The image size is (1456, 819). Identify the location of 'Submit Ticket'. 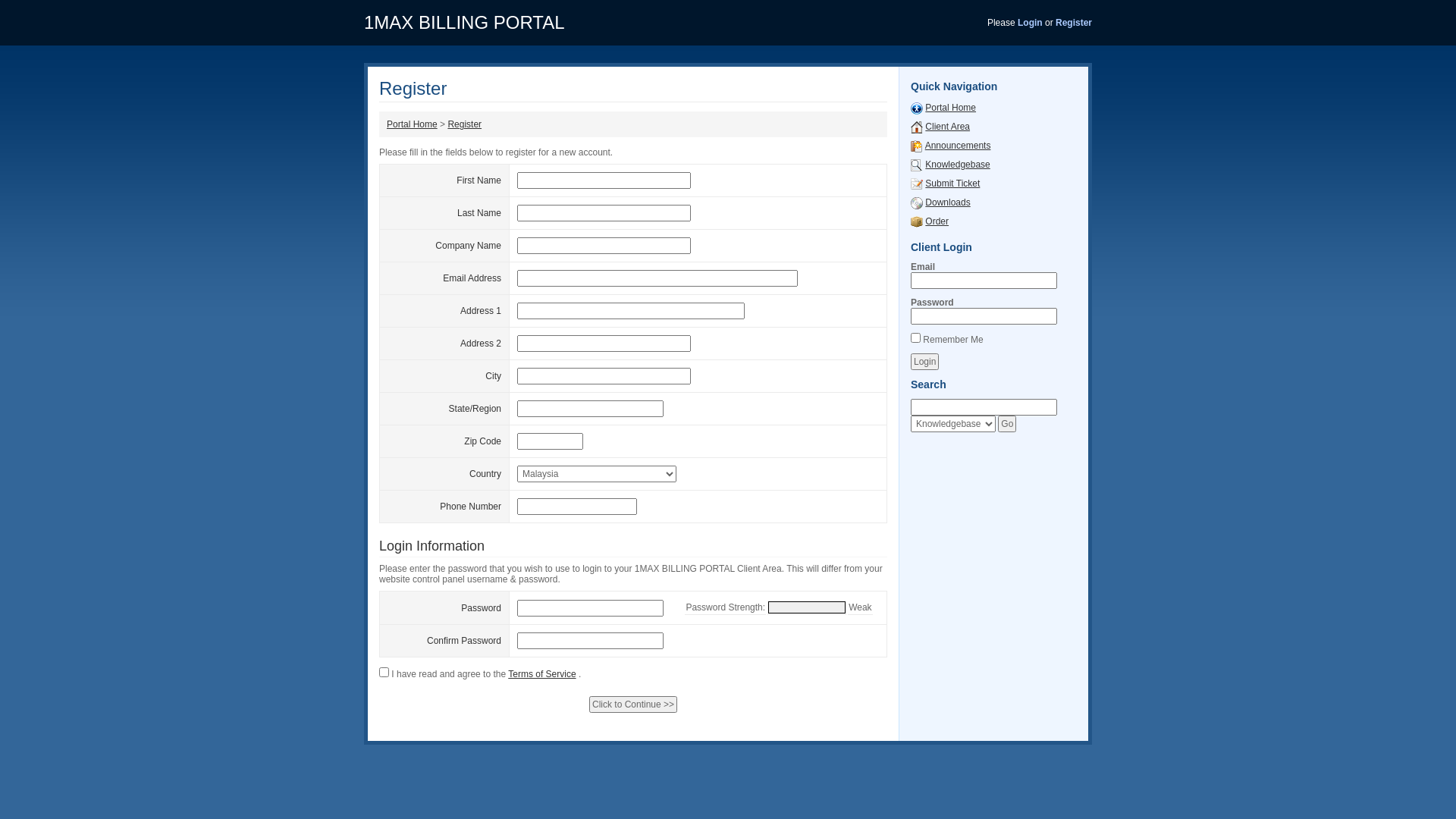
(924, 183).